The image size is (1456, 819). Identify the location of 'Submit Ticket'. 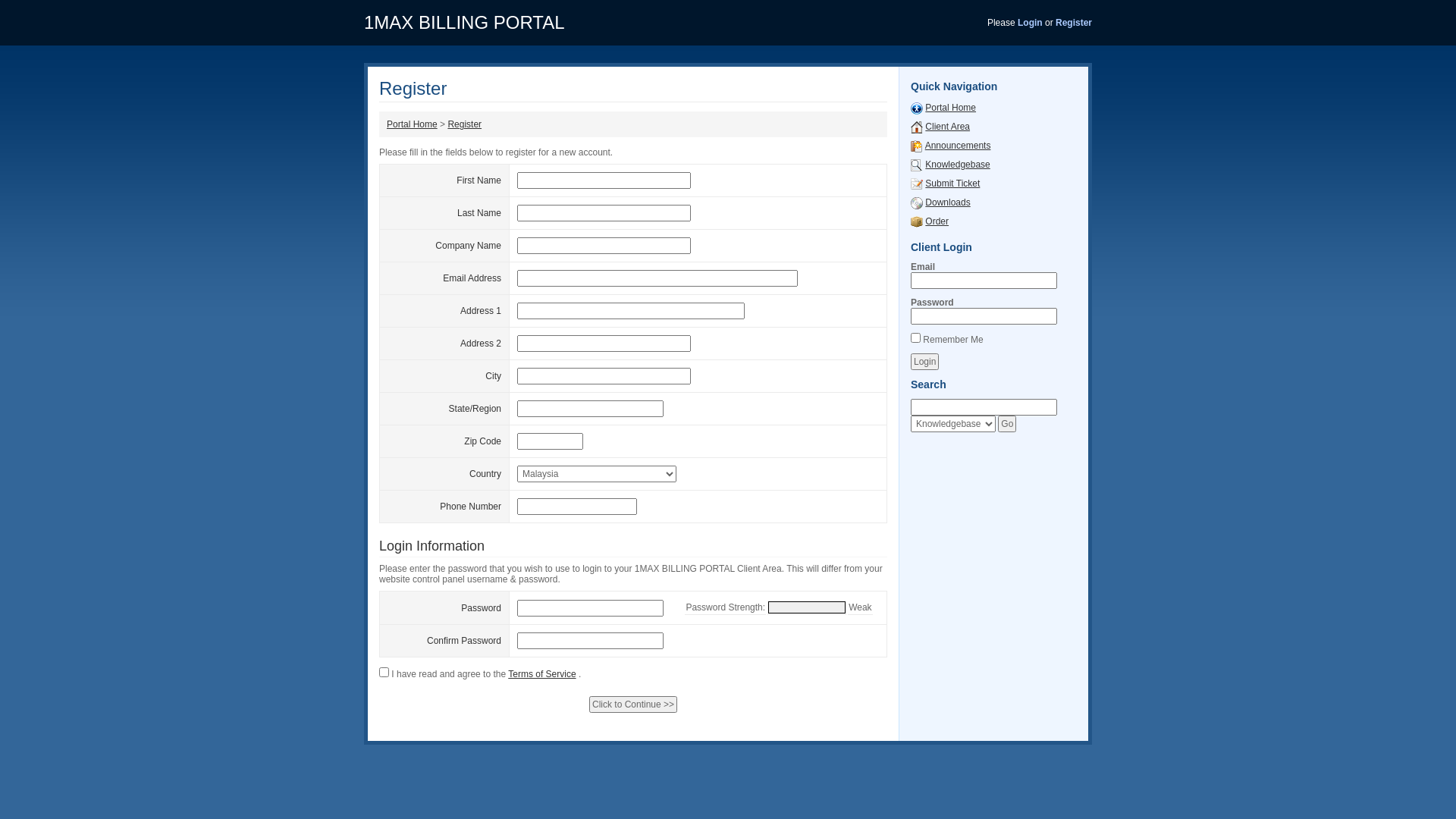
(924, 183).